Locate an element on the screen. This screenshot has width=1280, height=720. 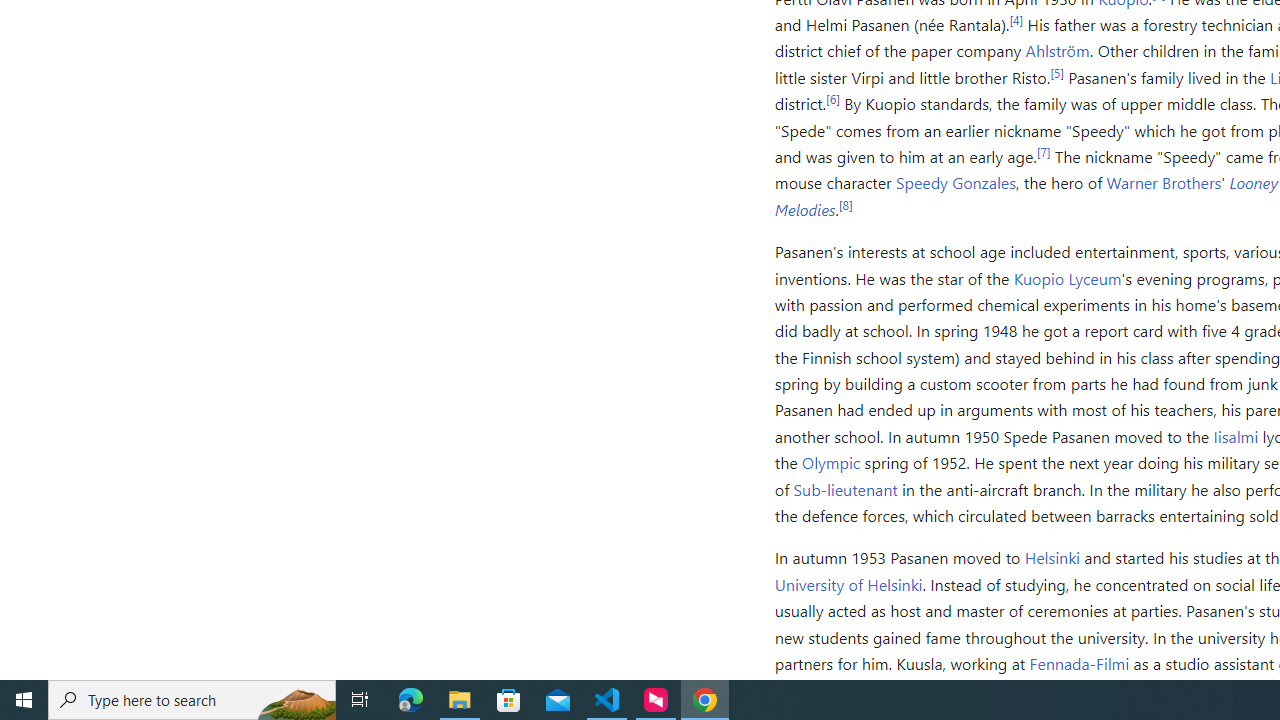
'[6]' is located at coordinates (832, 98).